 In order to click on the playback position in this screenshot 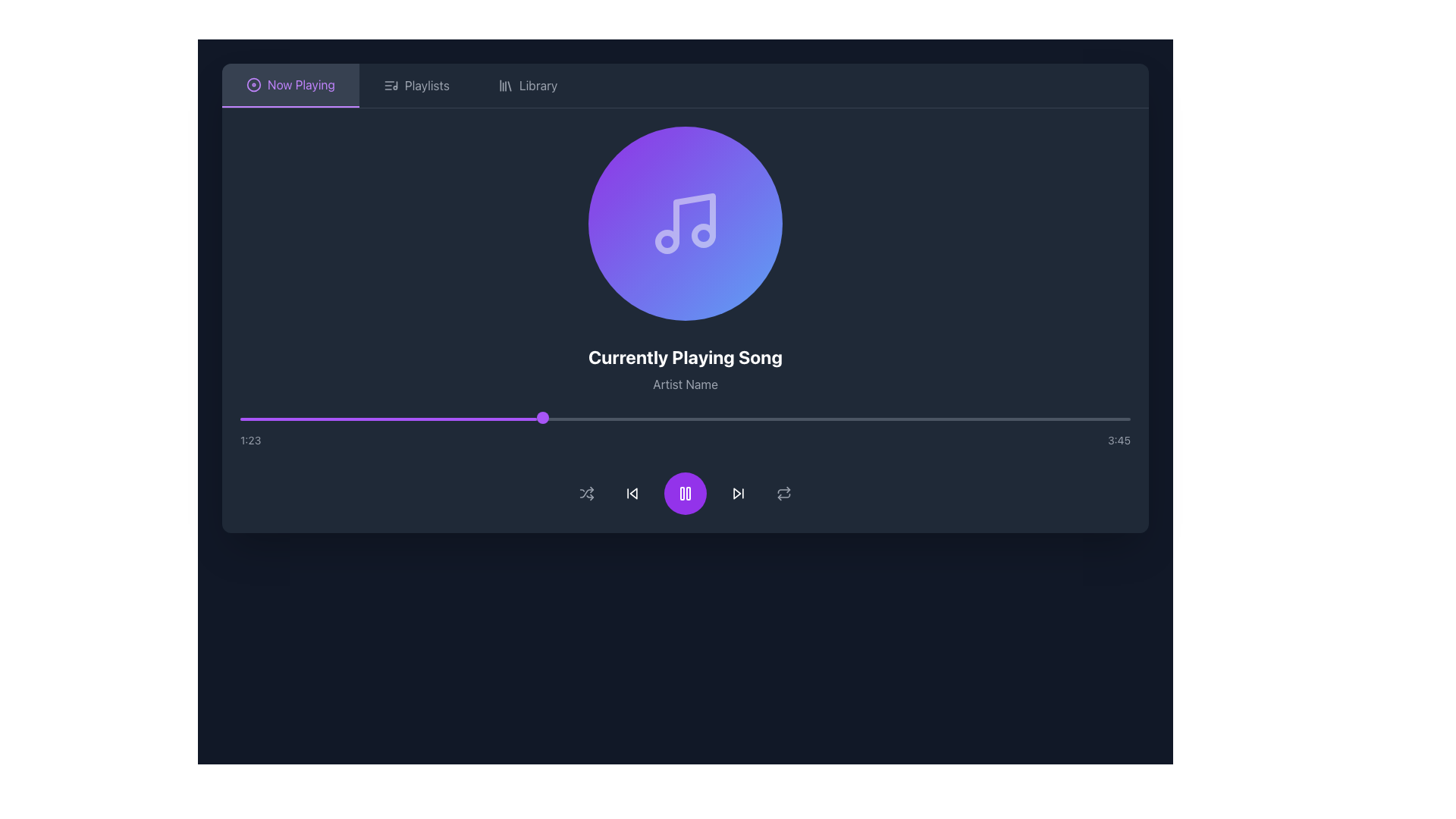, I will do `click(1015, 419)`.